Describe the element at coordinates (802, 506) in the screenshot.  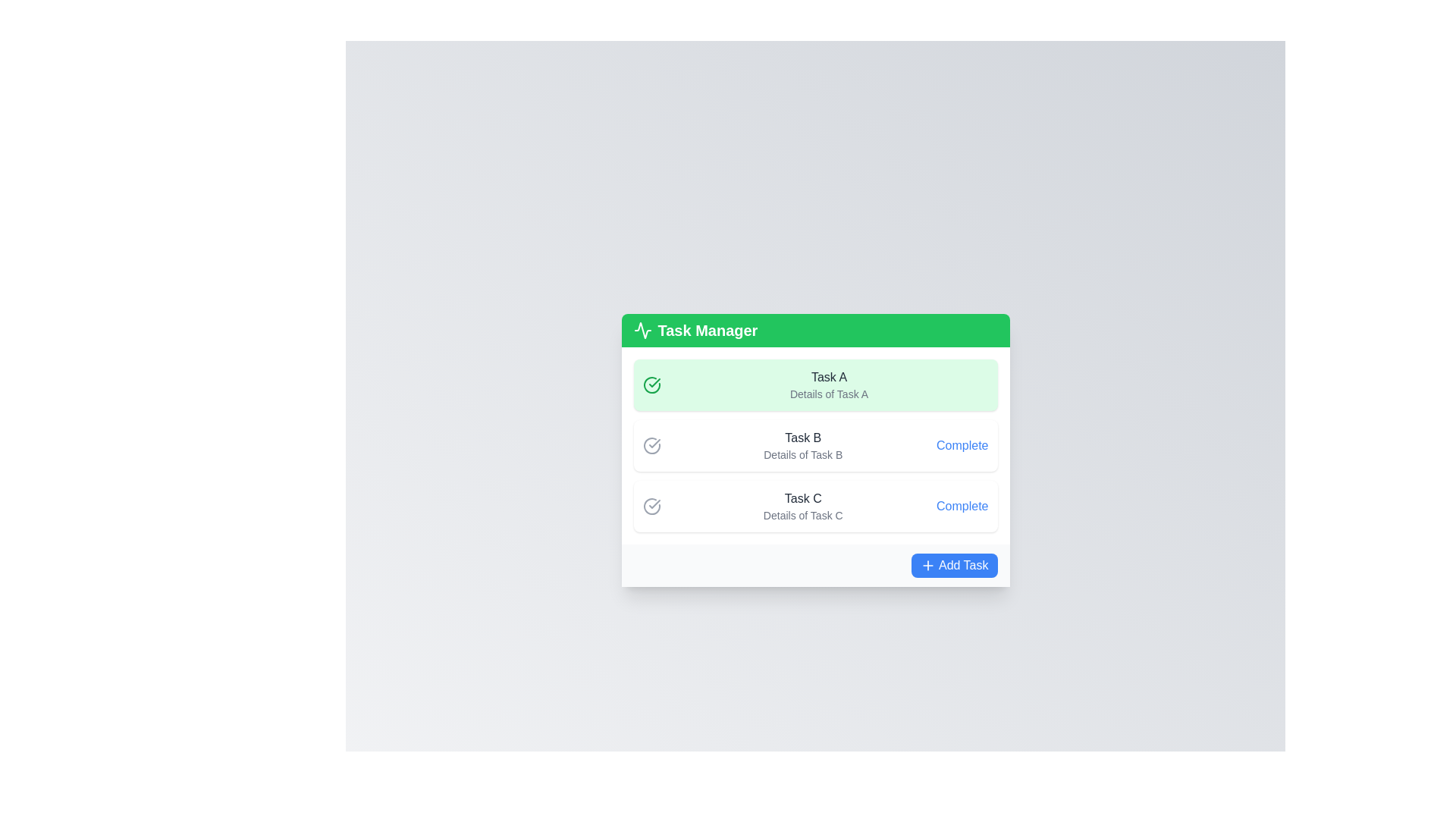
I see `the text block labeled 'Task C' with subtitle 'Details of Task C', located in the 'Task Manager' interface, positioned below 'Task A' and 'Task B'` at that location.